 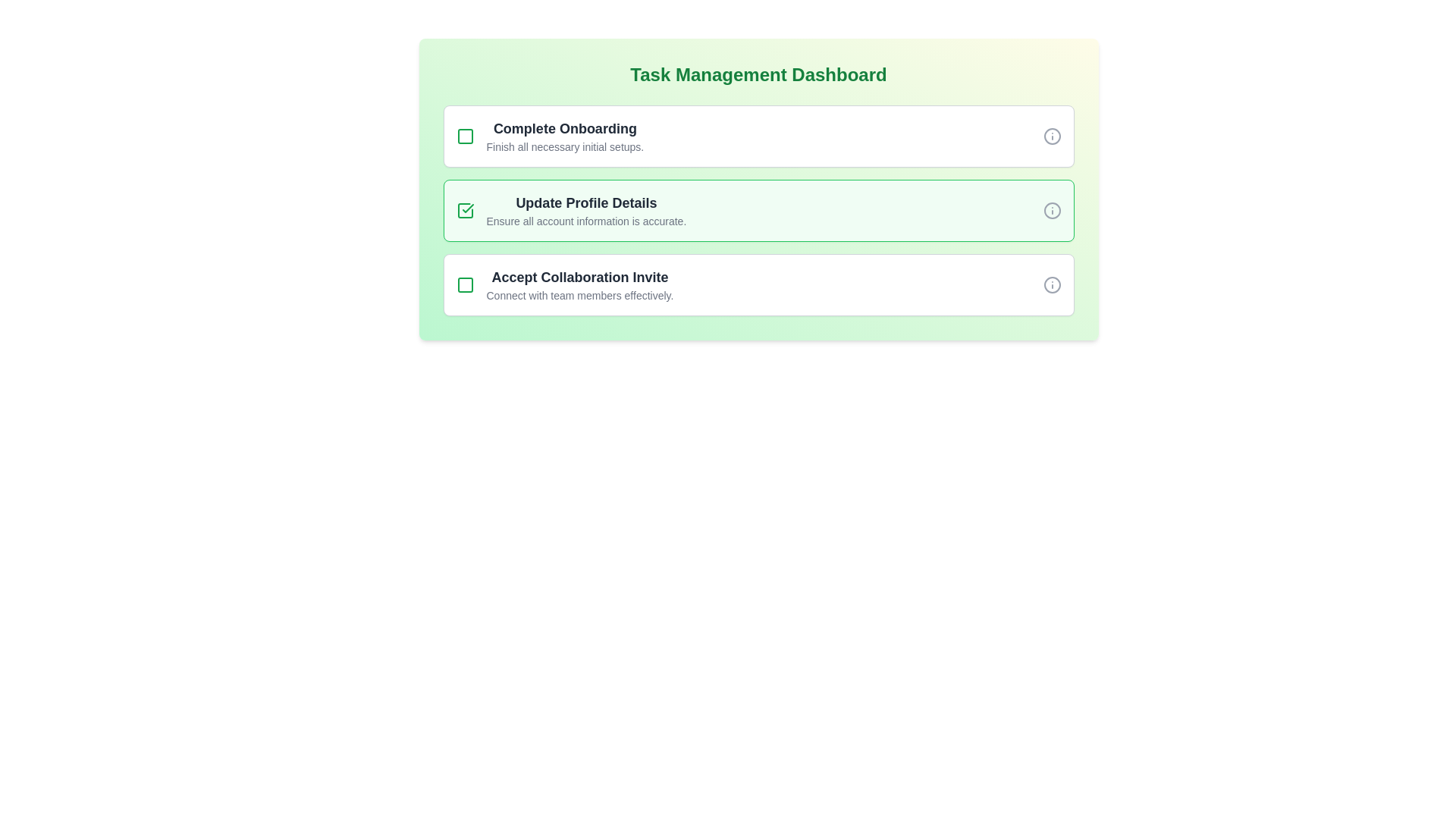 What do you see at coordinates (585, 202) in the screenshot?
I see `the static text label 'Update Profile Details'` at bounding box center [585, 202].